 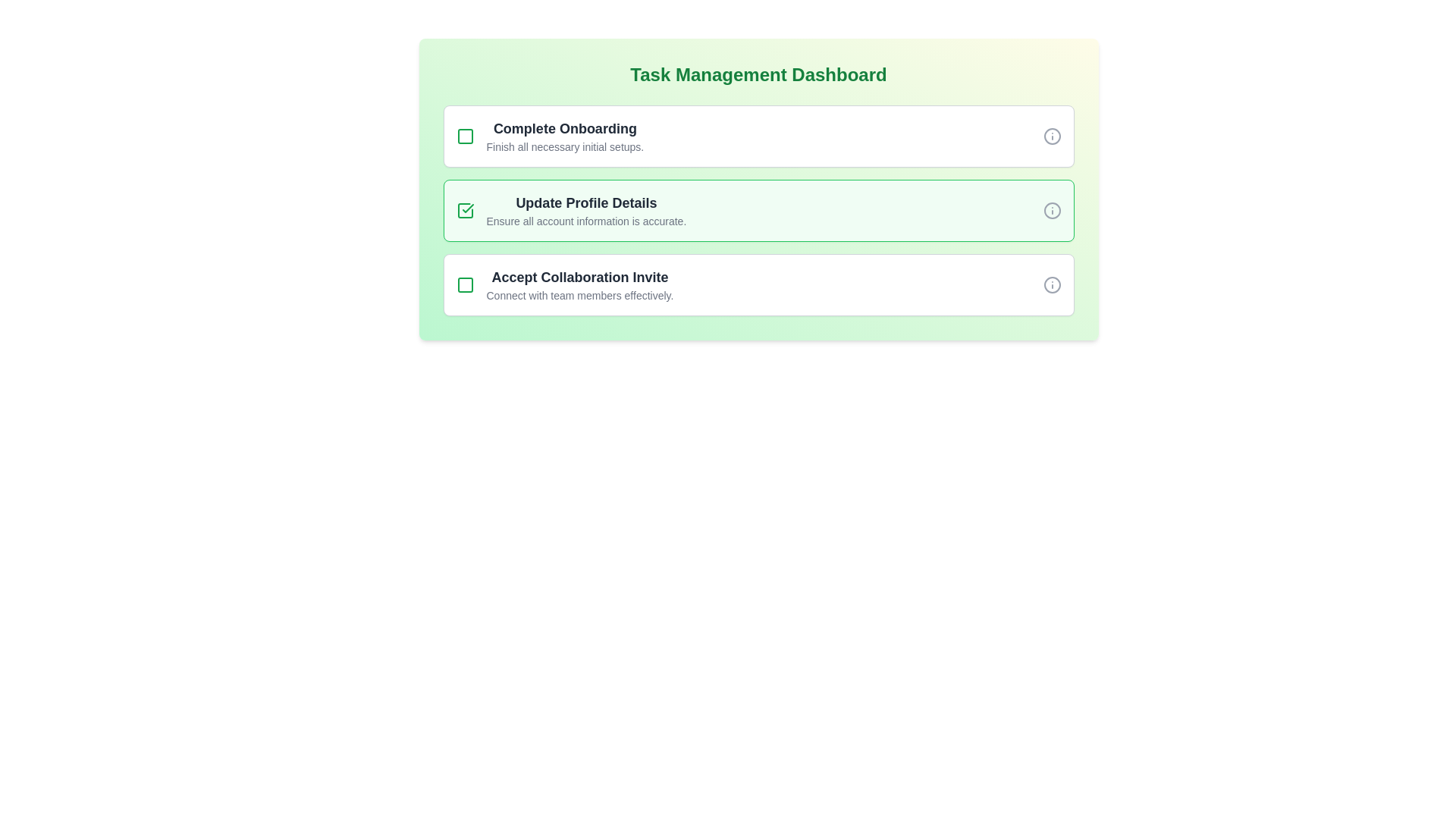 What do you see at coordinates (585, 202) in the screenshot?
I see `the static text label 'Update Profile Details'` at bounding box center [585, 202].